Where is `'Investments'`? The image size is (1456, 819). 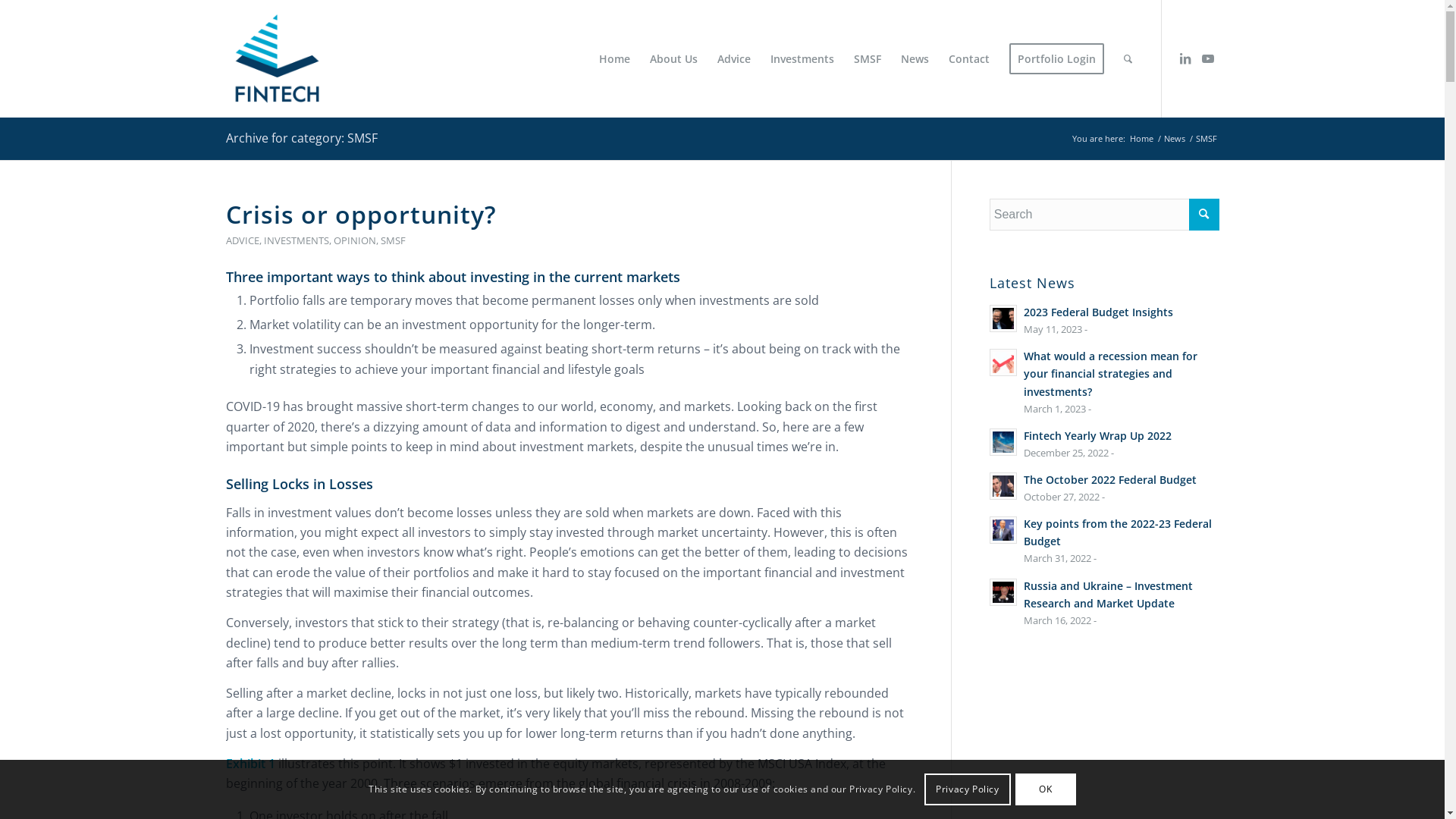 'Investments' is located at coordinates (800, 58).